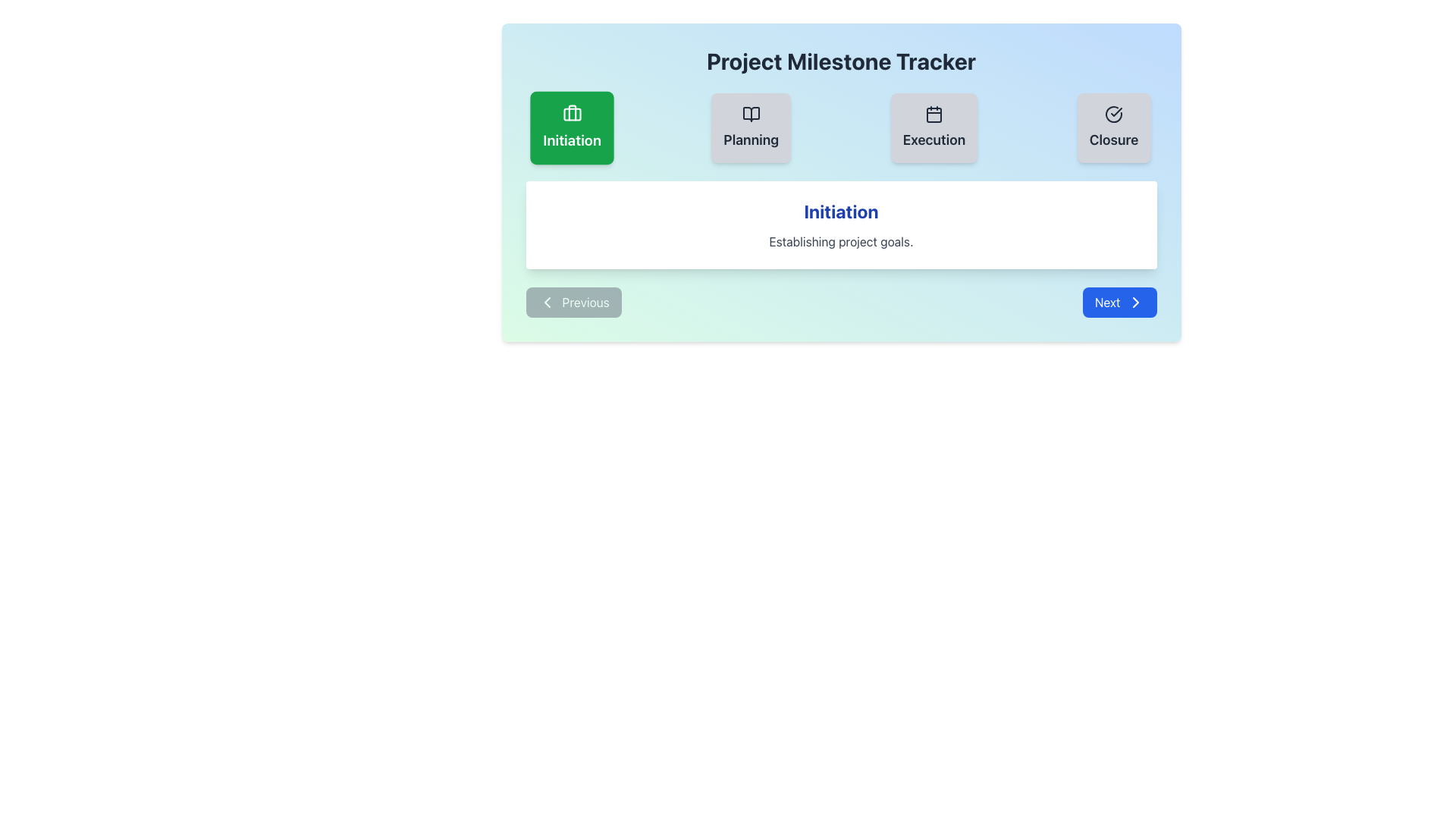 This screenshot has width=1456, height=819. I want to click on the static descriptive text that explains what 'Initiation' entails, located beneath the title 'Initiation' within a white rectangular section, so click(840, 241).